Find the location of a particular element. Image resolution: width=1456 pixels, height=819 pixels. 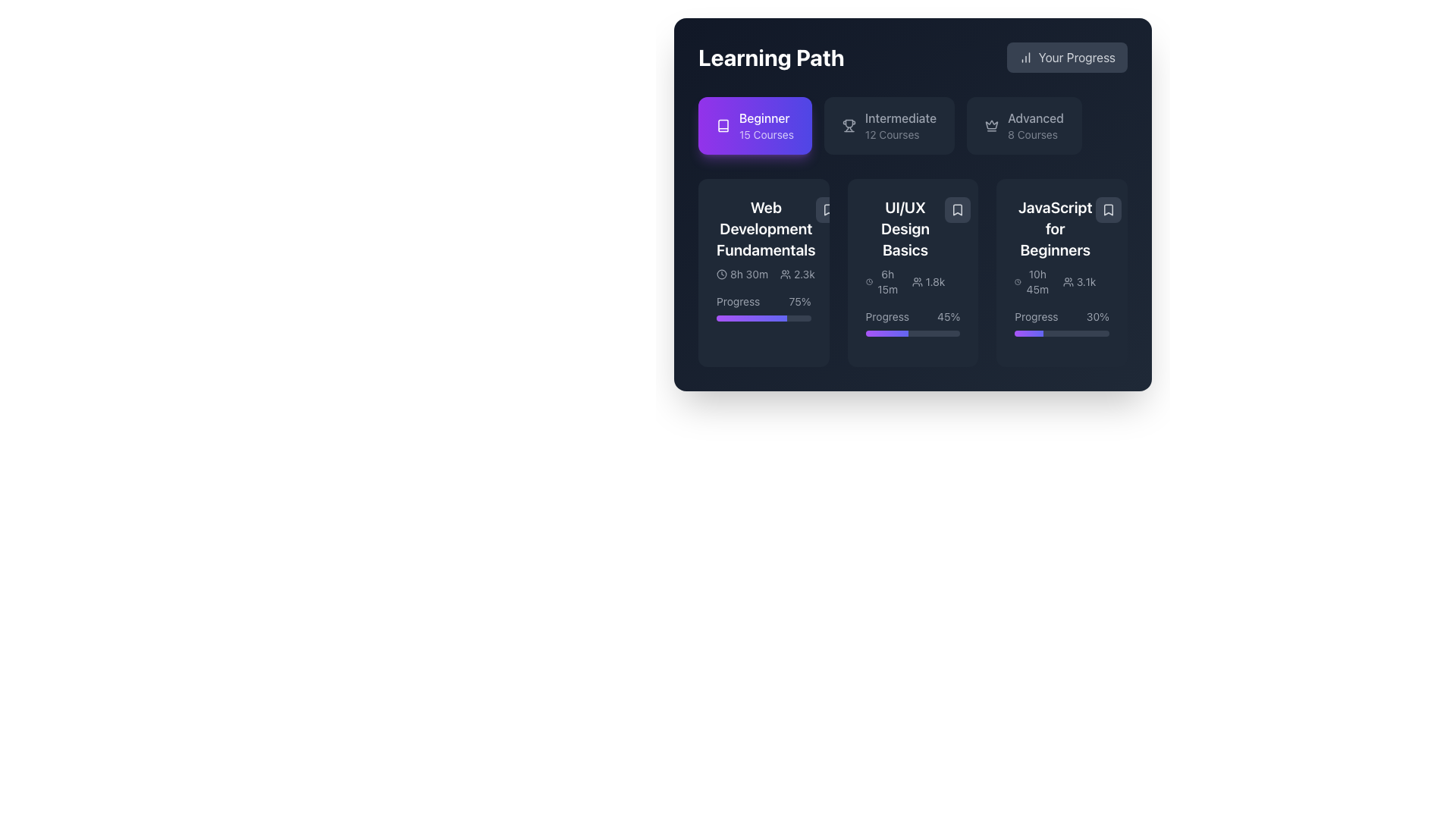

the button labeled 'Beginner 15 Courses' which features a book icon and has a gradient purple-to-indigo background is located at coordinates (723, 124).